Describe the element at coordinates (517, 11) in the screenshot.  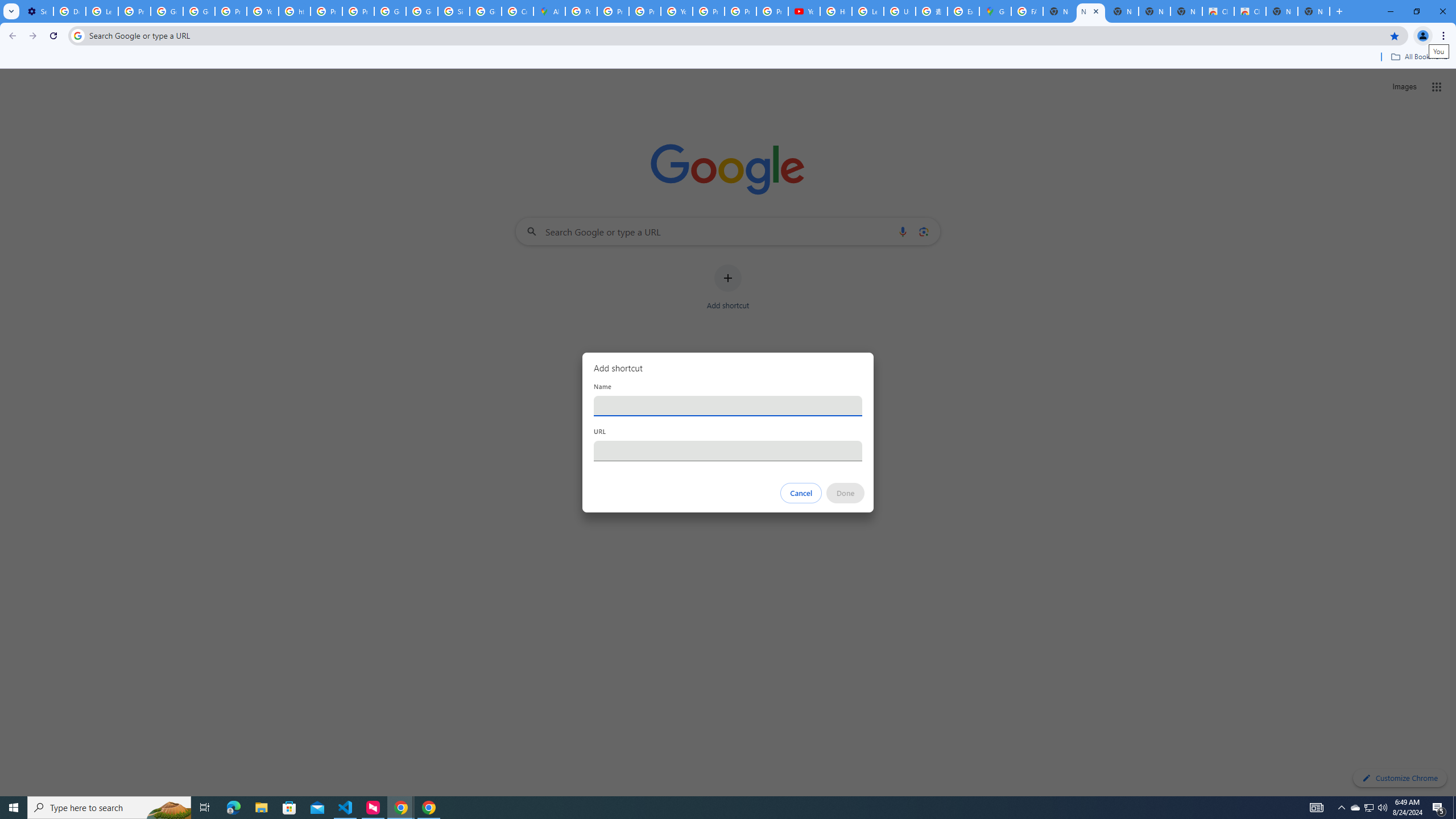
I see `'Create your Google Account'` at that location.